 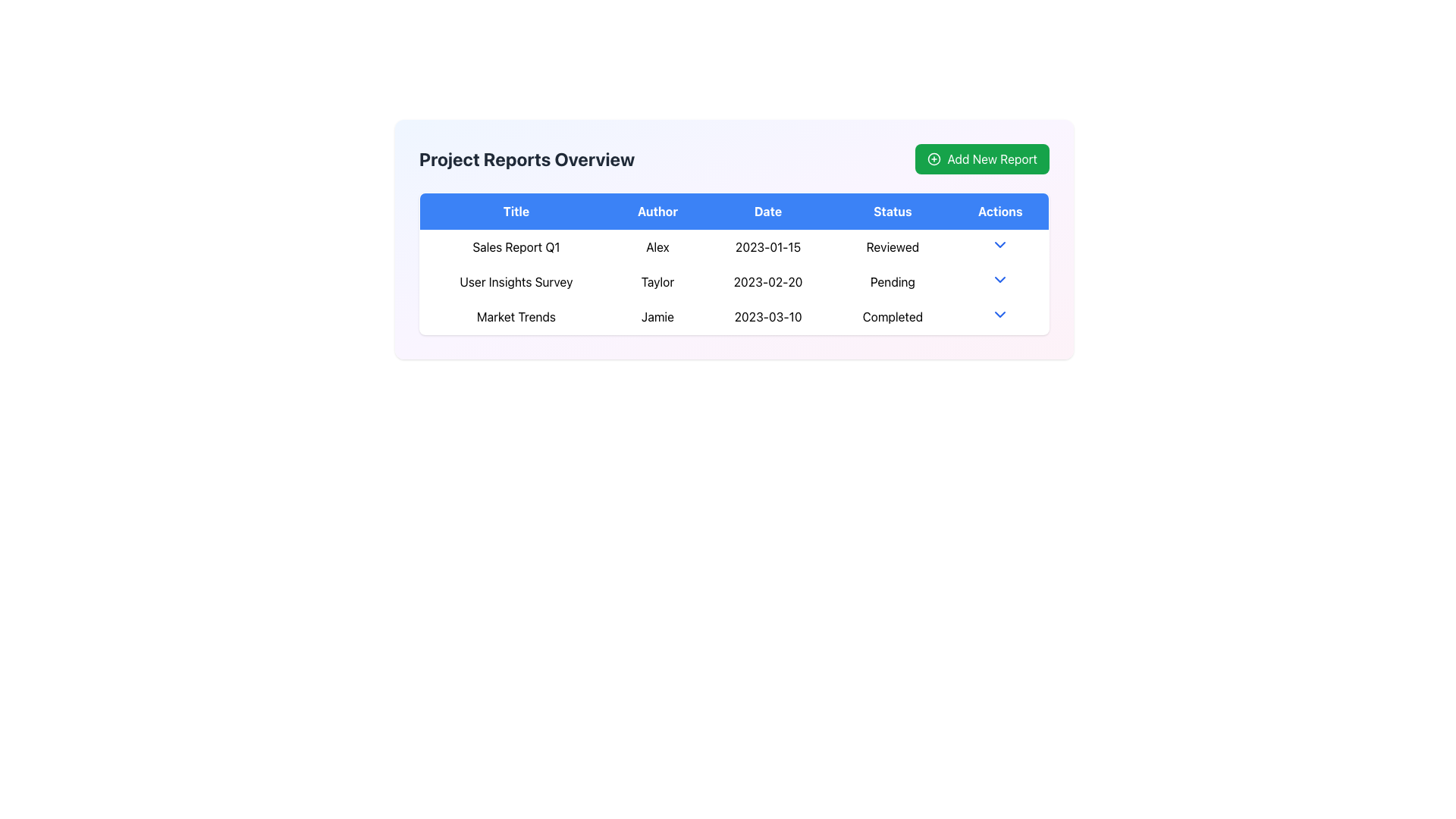 I want to click on the Text Display that shows the date for the 'User Insights Survey' in the 'Date' column of the Project Reports Overview table, so click(x=767, y=281).